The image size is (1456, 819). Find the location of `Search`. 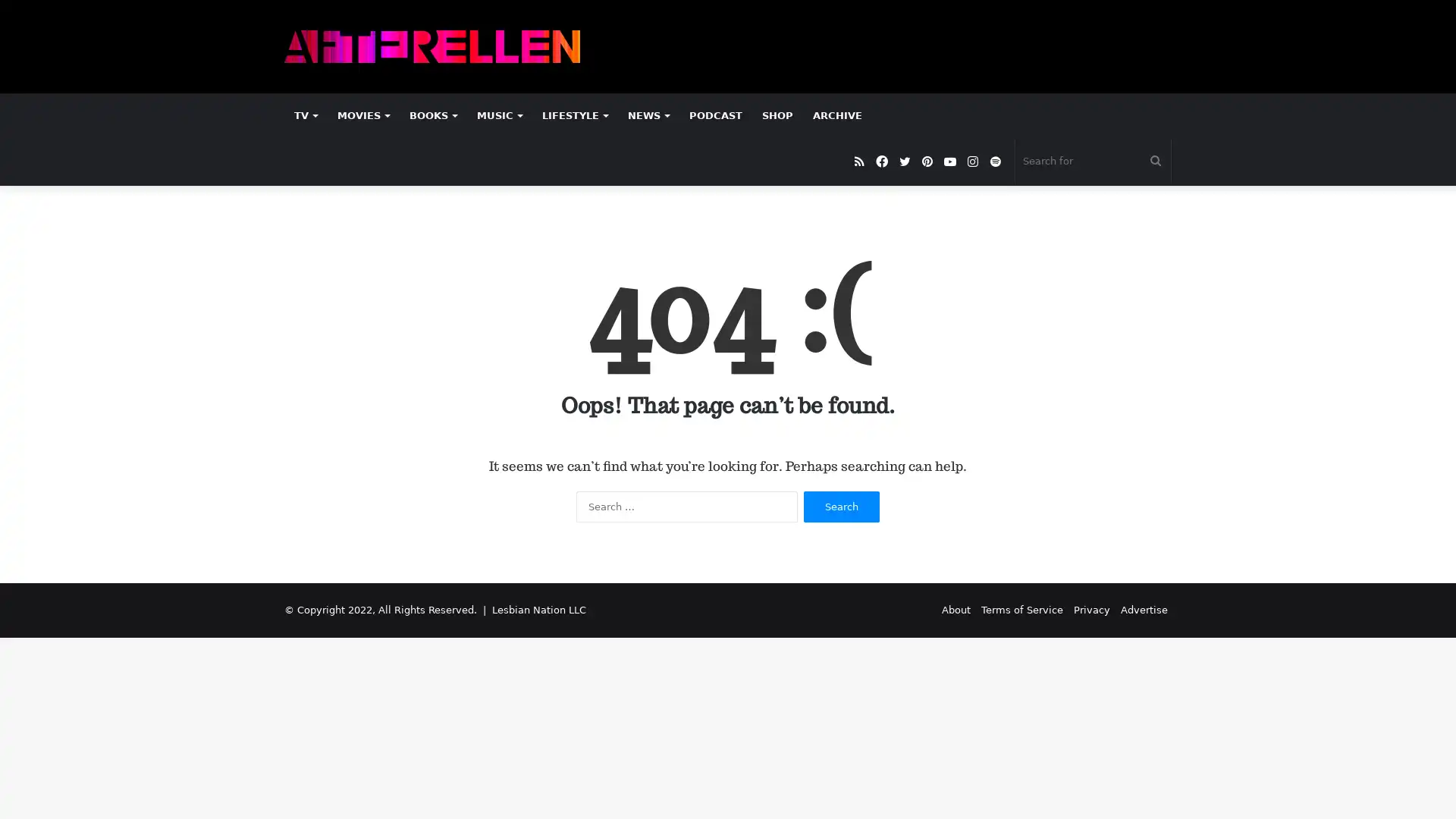

Search is located at coordinates (840, 506).